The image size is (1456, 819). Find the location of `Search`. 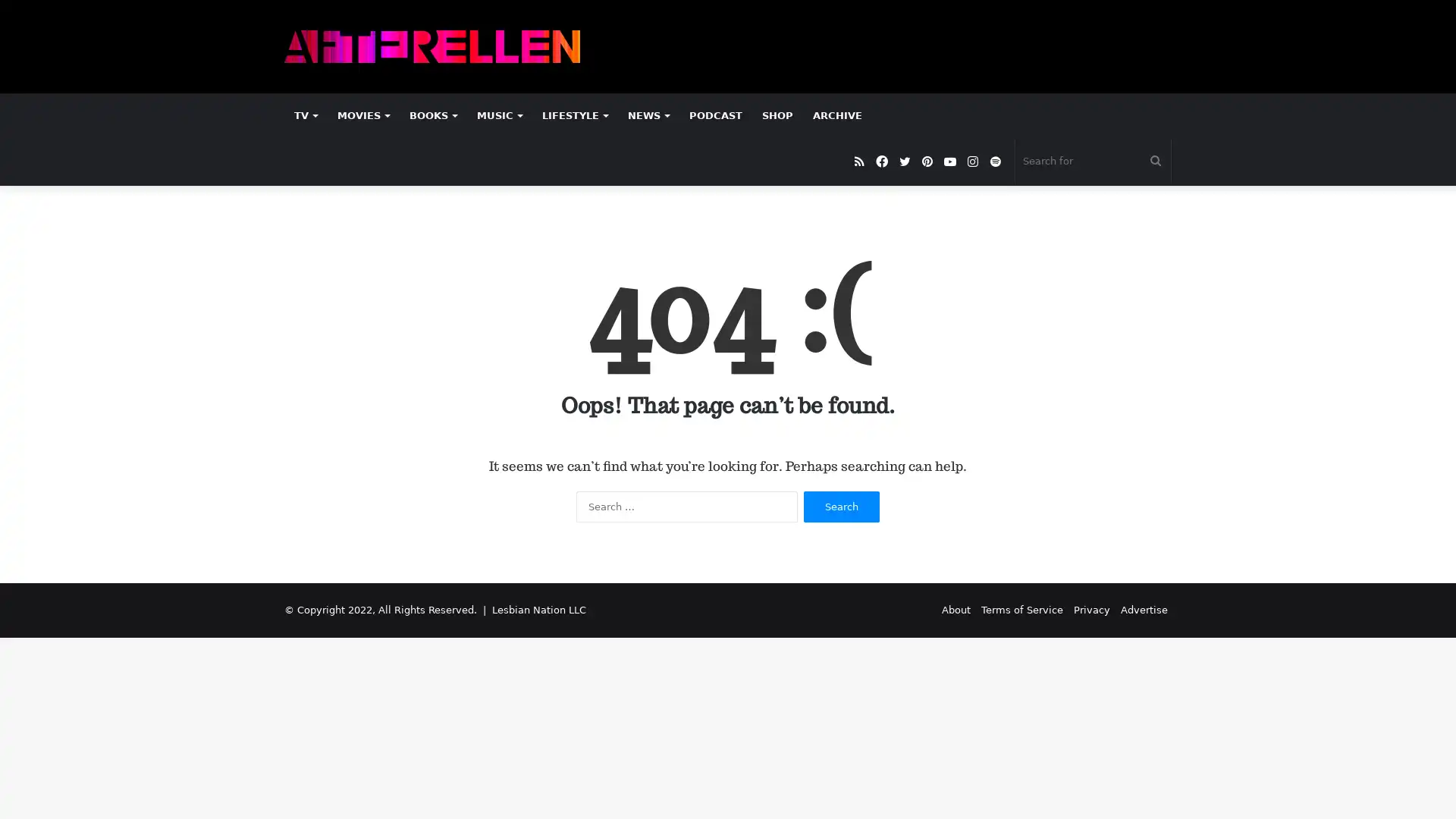

Search is located at coordinates (840, 506).